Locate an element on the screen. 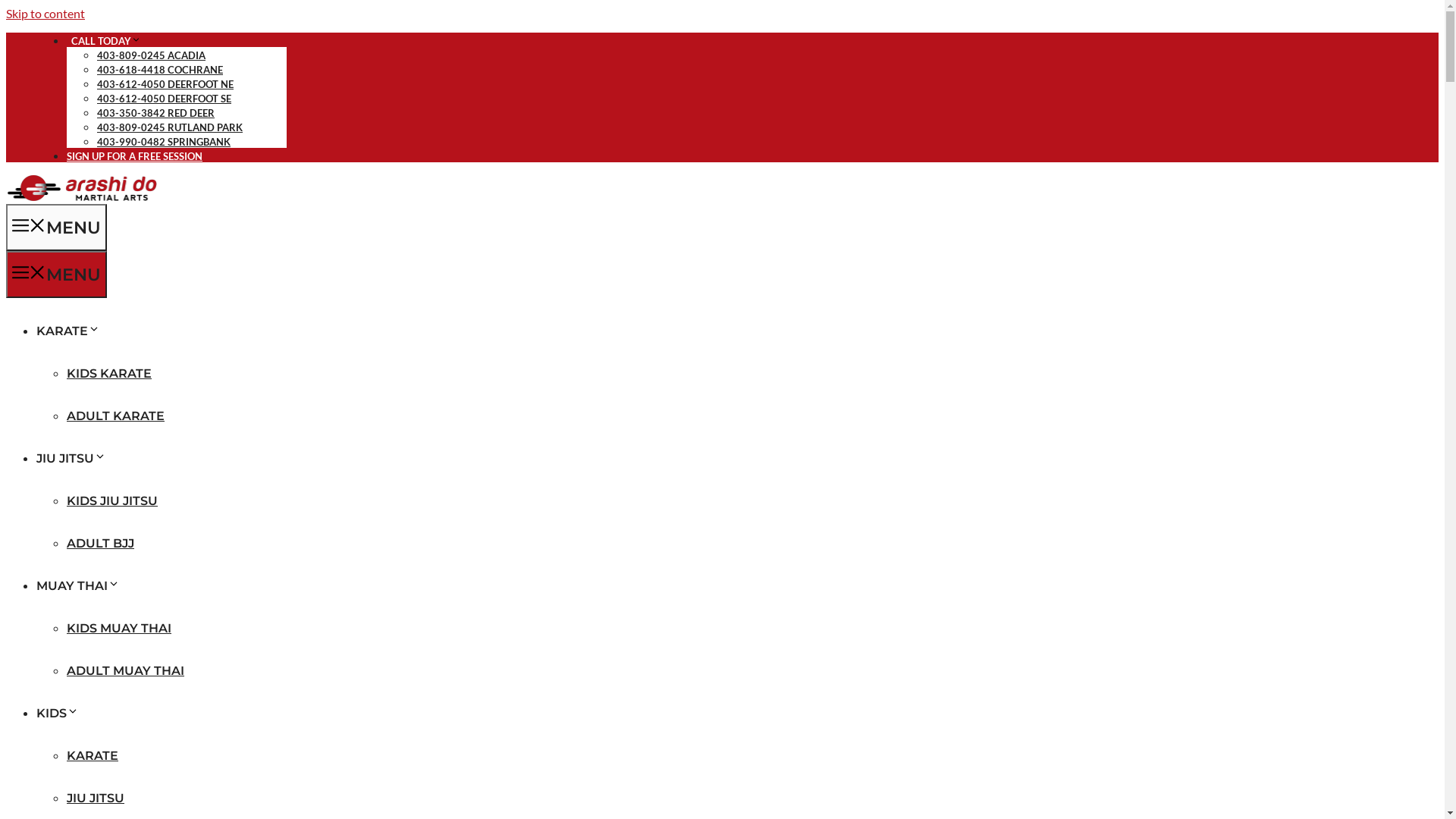 The image size is (1456, 819). '403-612-4050 DEERFOOT SE' is located at coordinates (164, 99).